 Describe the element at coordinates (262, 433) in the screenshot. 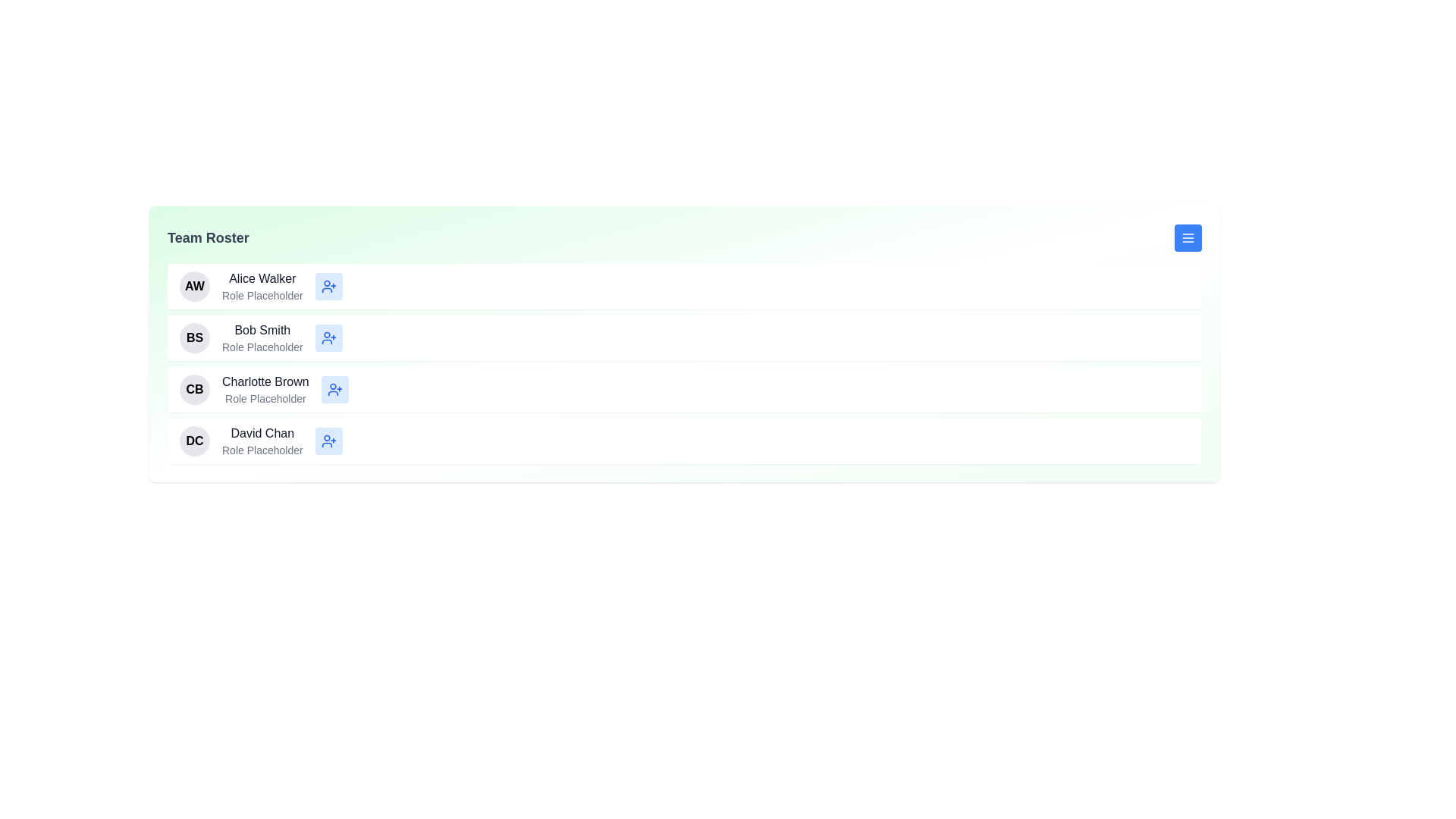

I see `the display name of the last person in the 'Team Roster' to interact or copy the text` at that location.